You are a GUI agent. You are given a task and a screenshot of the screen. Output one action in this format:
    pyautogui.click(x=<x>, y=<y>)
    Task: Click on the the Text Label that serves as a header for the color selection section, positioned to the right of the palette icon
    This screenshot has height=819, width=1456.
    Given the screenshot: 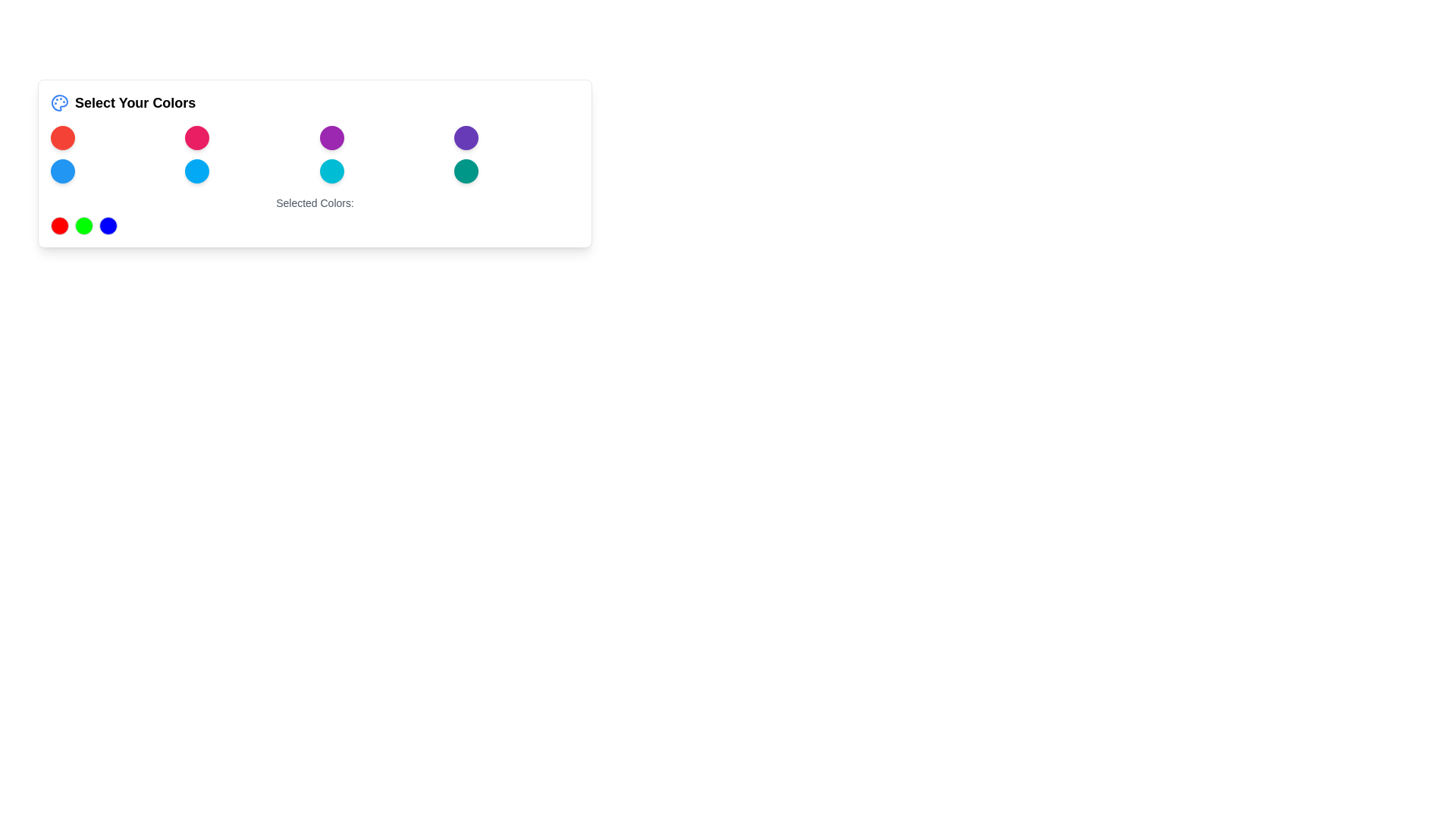 What is the action you would take?
    pyautogui.click(x=135, y=102)
    